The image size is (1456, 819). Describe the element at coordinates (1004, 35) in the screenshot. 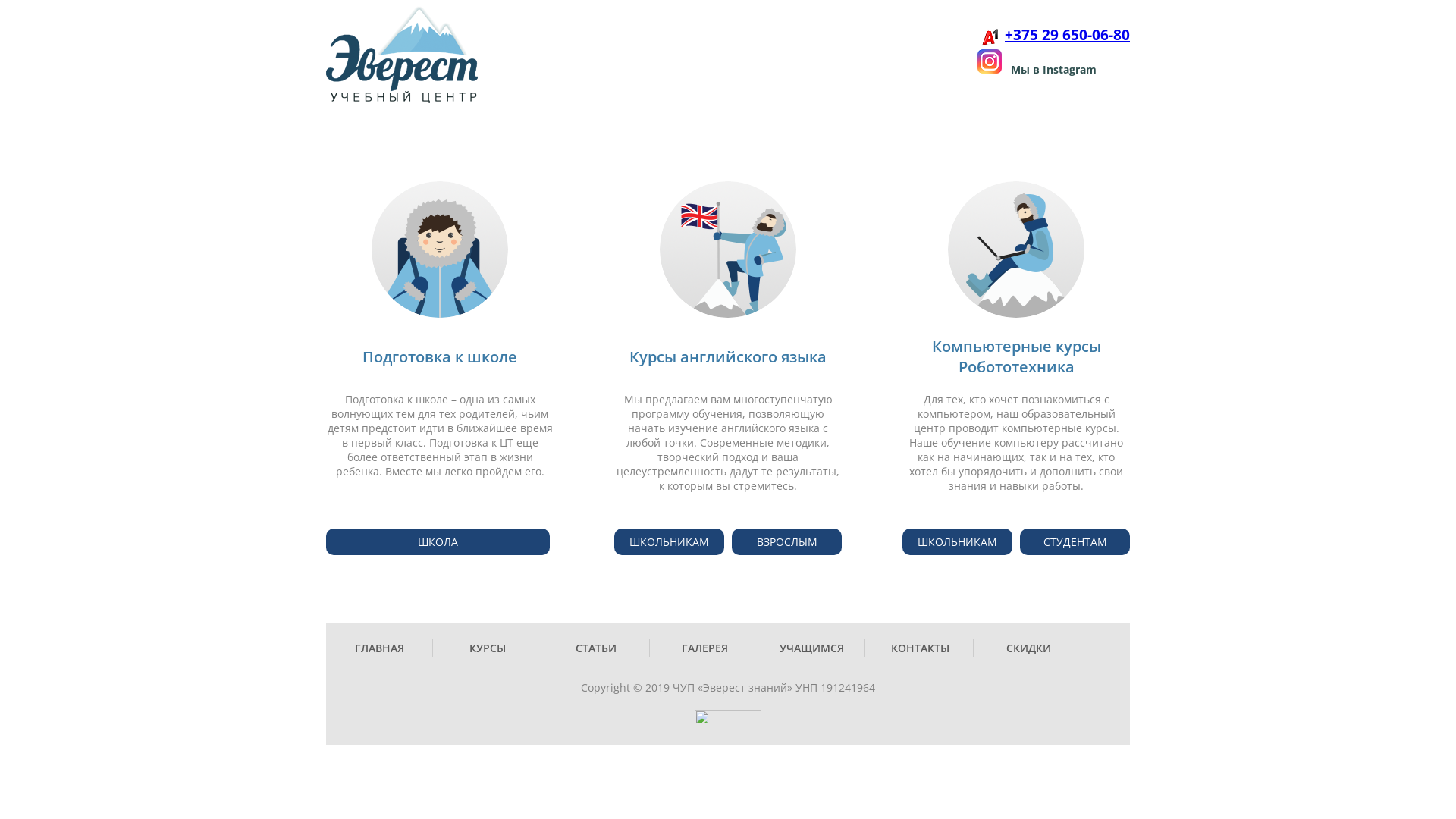

I see `'+375 29 650-06-80'` at that location.